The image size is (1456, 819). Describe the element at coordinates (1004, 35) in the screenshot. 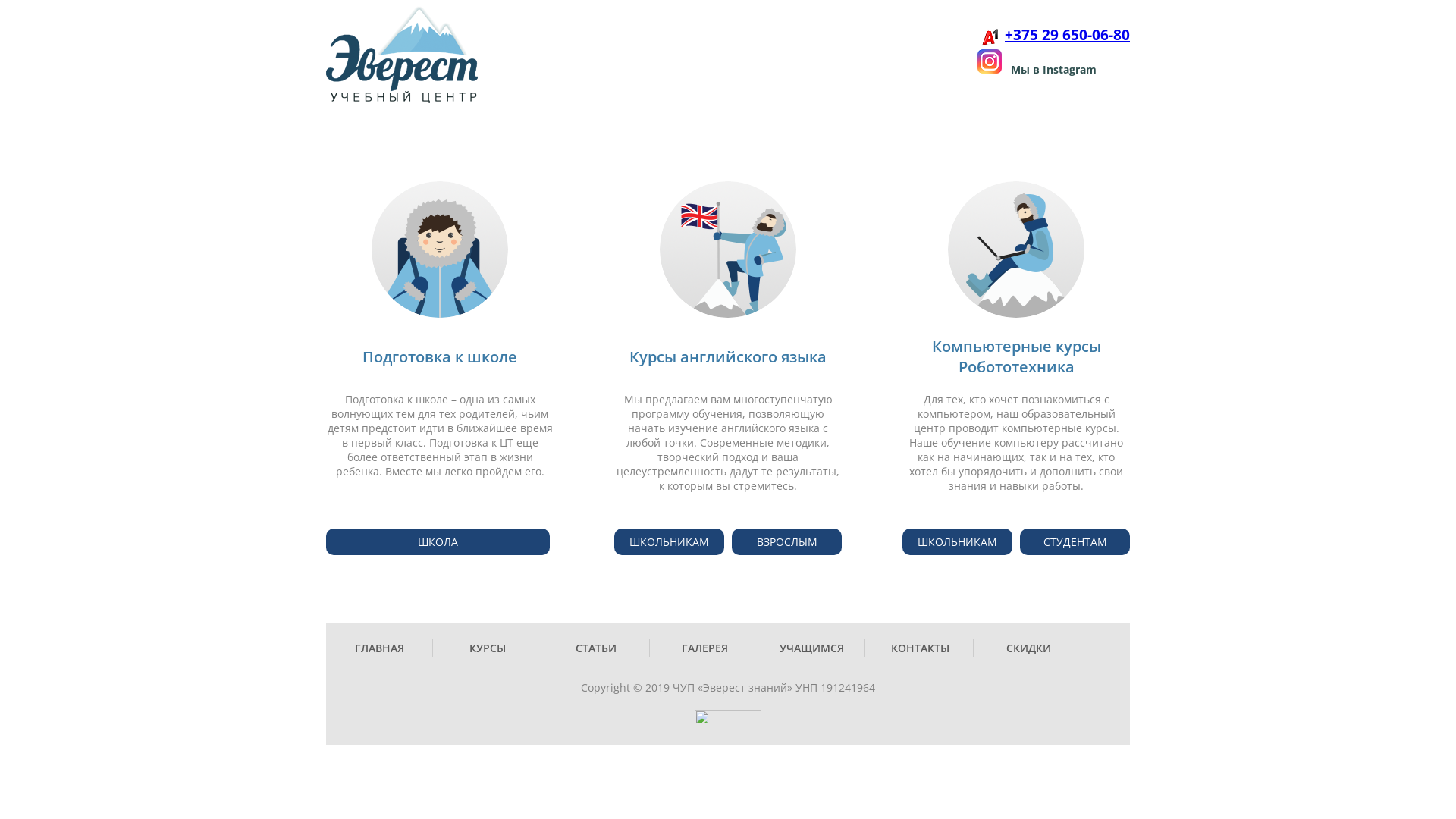

I see `'+375 29 650-06-80'` at that location.